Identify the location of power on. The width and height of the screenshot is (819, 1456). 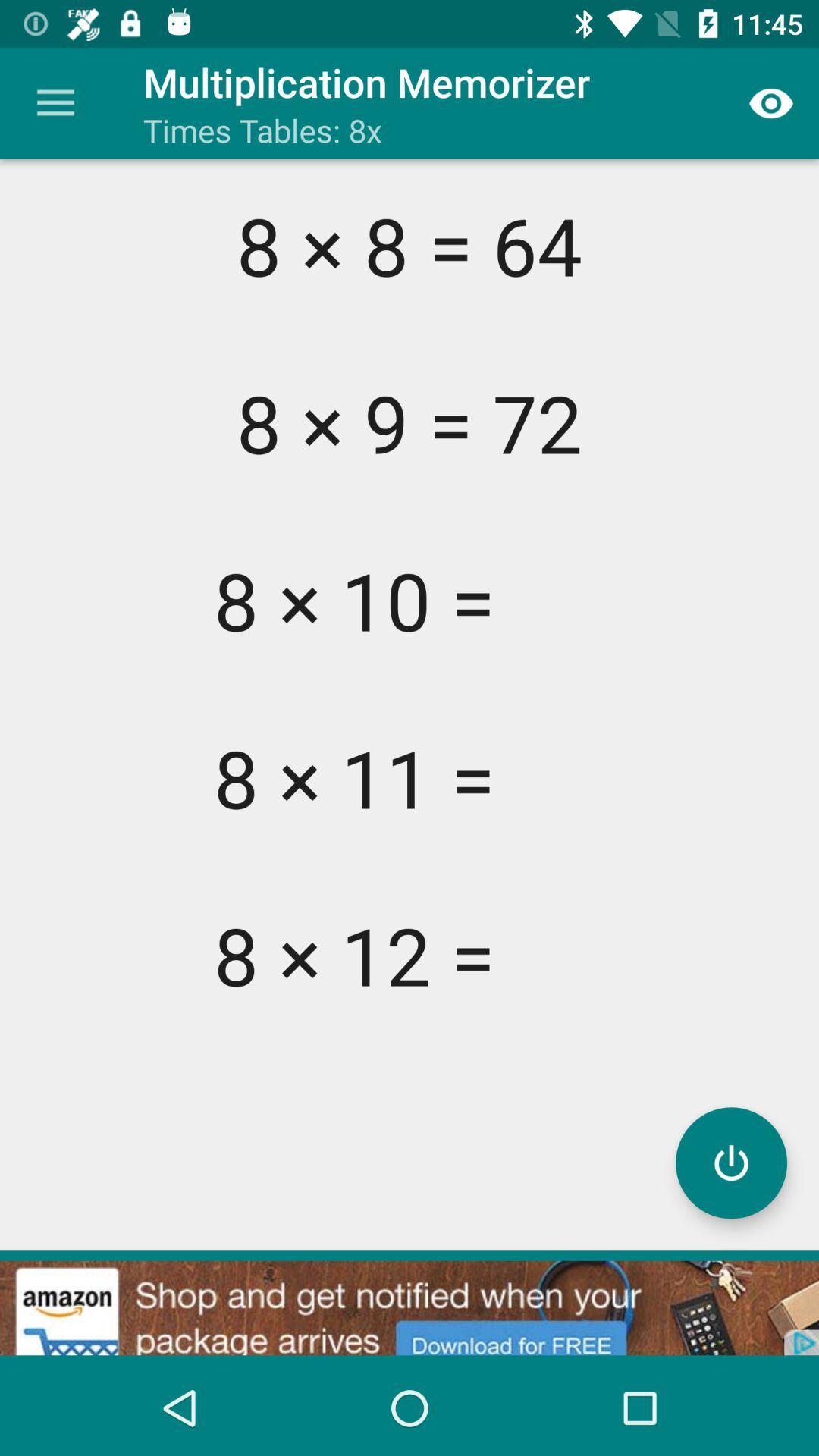
(730, 1162).